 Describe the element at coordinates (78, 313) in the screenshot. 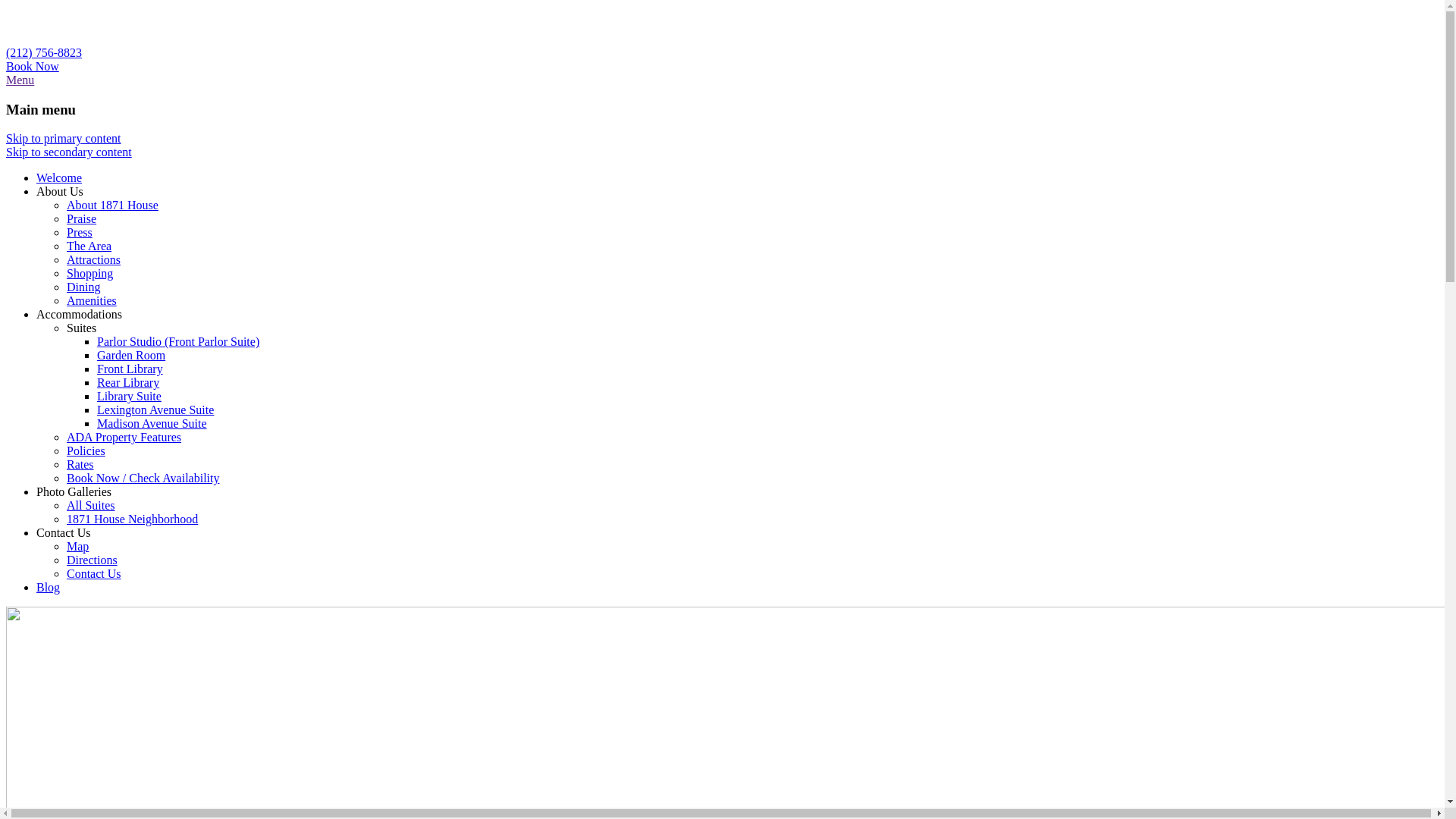

I see `'Accommodations'` at that location.